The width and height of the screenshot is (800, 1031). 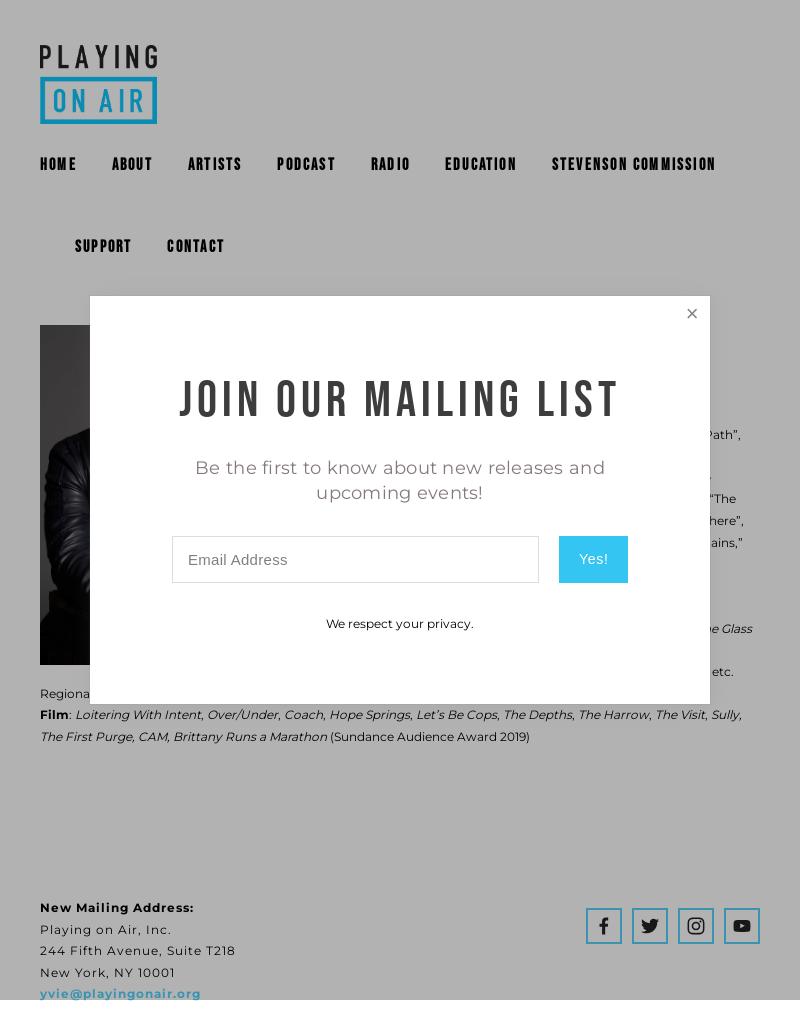 I want to click on 'When We Were Young and Unafraid', so click(x=497, y=594).